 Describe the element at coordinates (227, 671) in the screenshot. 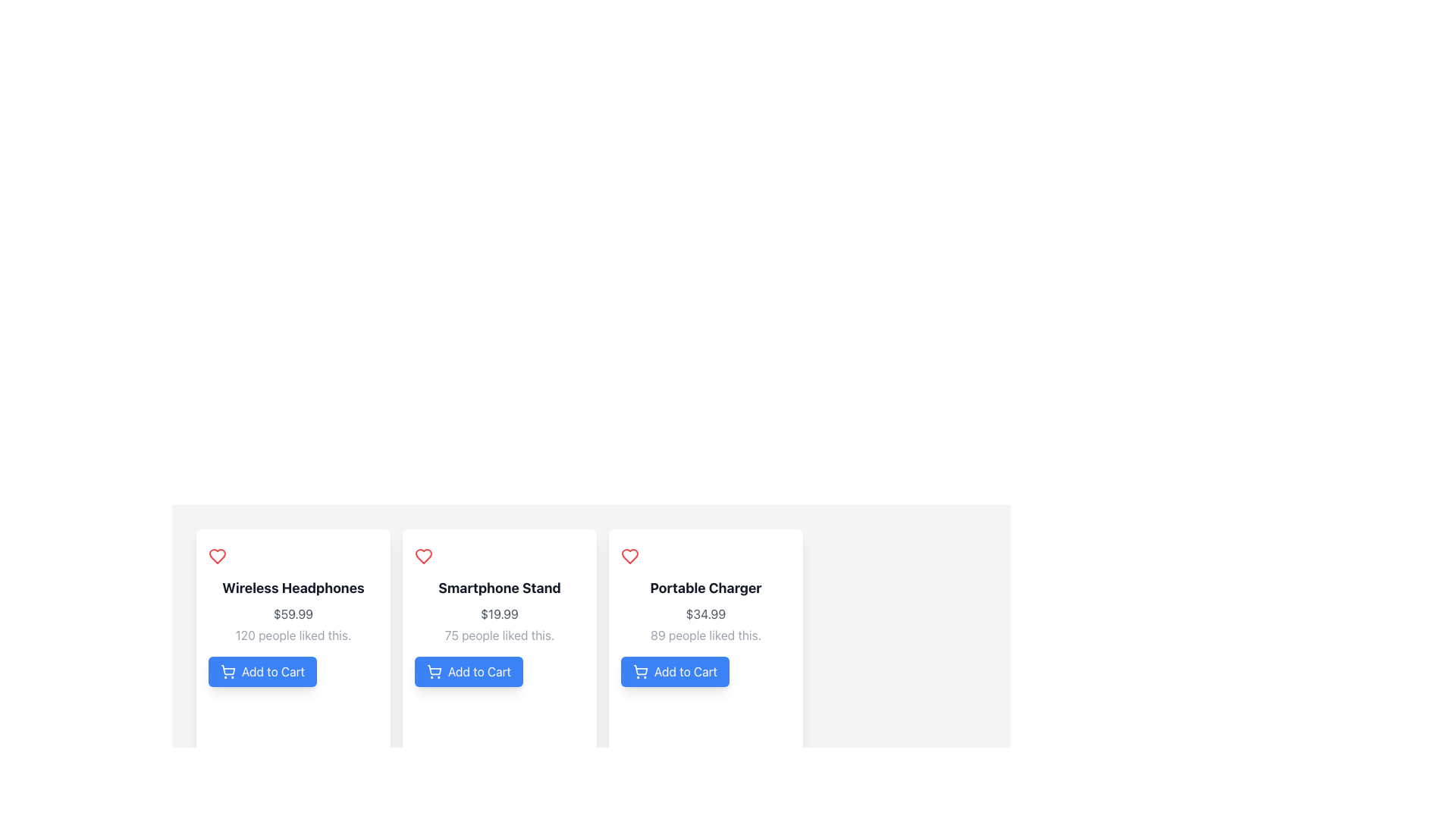

I see `the 'Add to Cart' icon located at the bottom-left of the 'Wireless Headphones' product card` at that location.